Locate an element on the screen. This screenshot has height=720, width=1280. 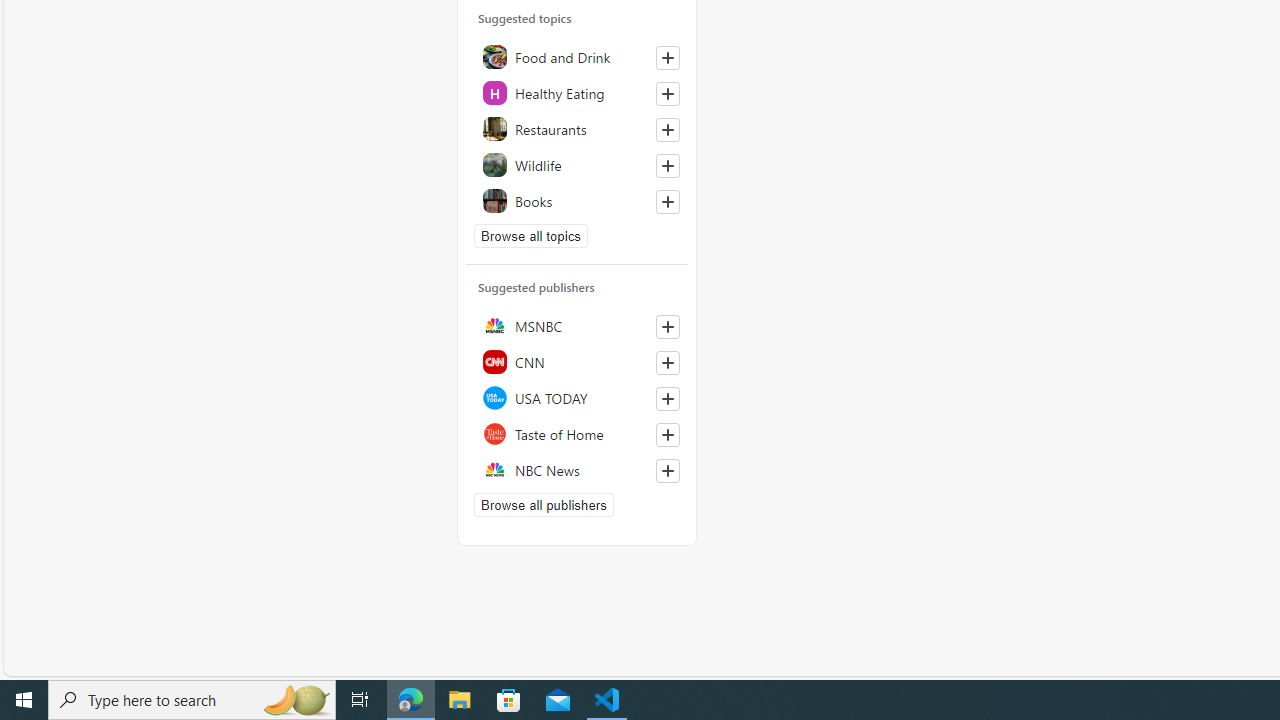
'Follow this topic' is located at coordinates (668, 201).